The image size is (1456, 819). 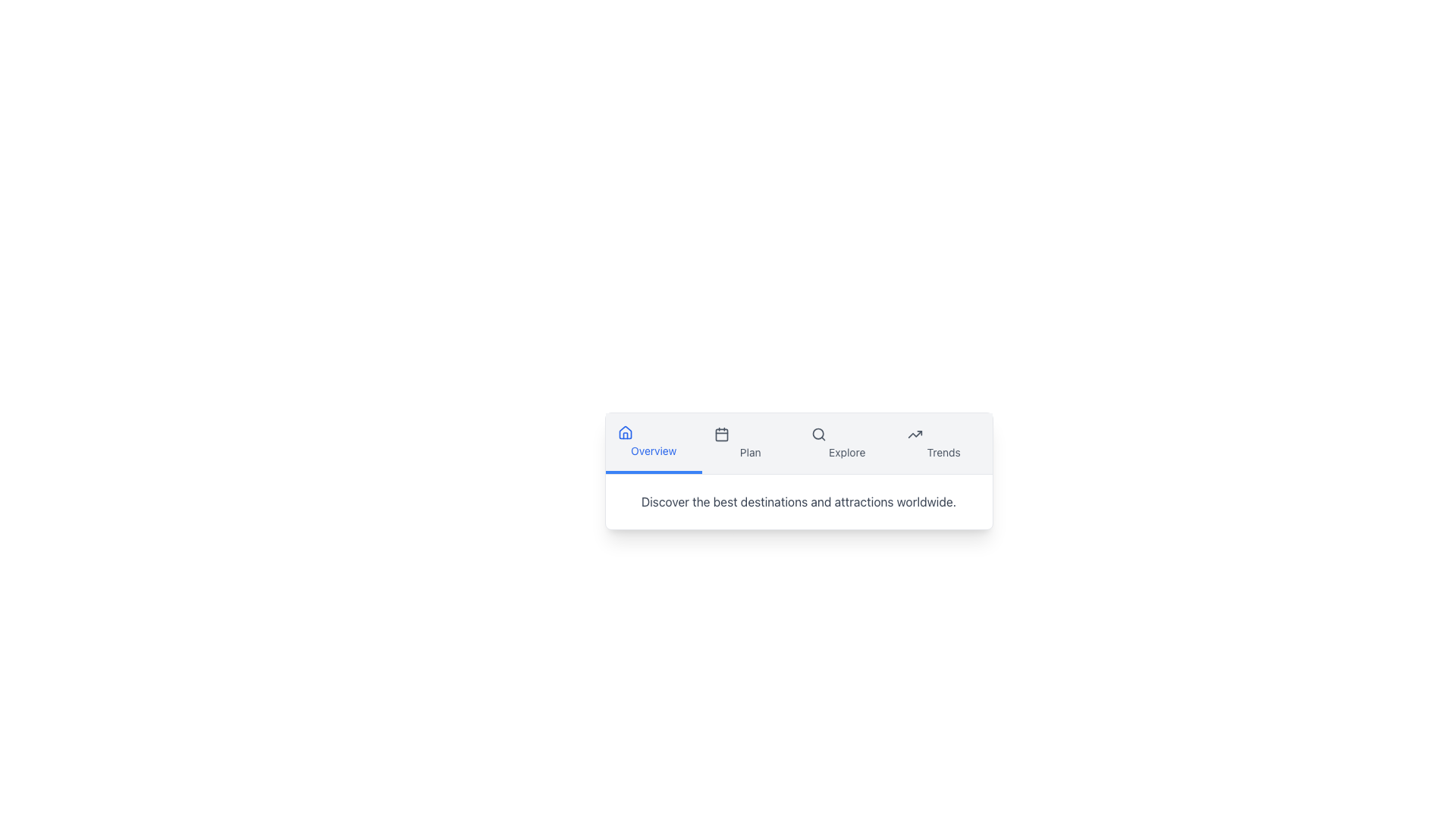 What do you see at coordinates (846, 452) in the screenshot?
I see `the text label displaying 'Explore', which is the third option in the navigation menu below a magnifying glass icon` at bounding box center [846, 452].